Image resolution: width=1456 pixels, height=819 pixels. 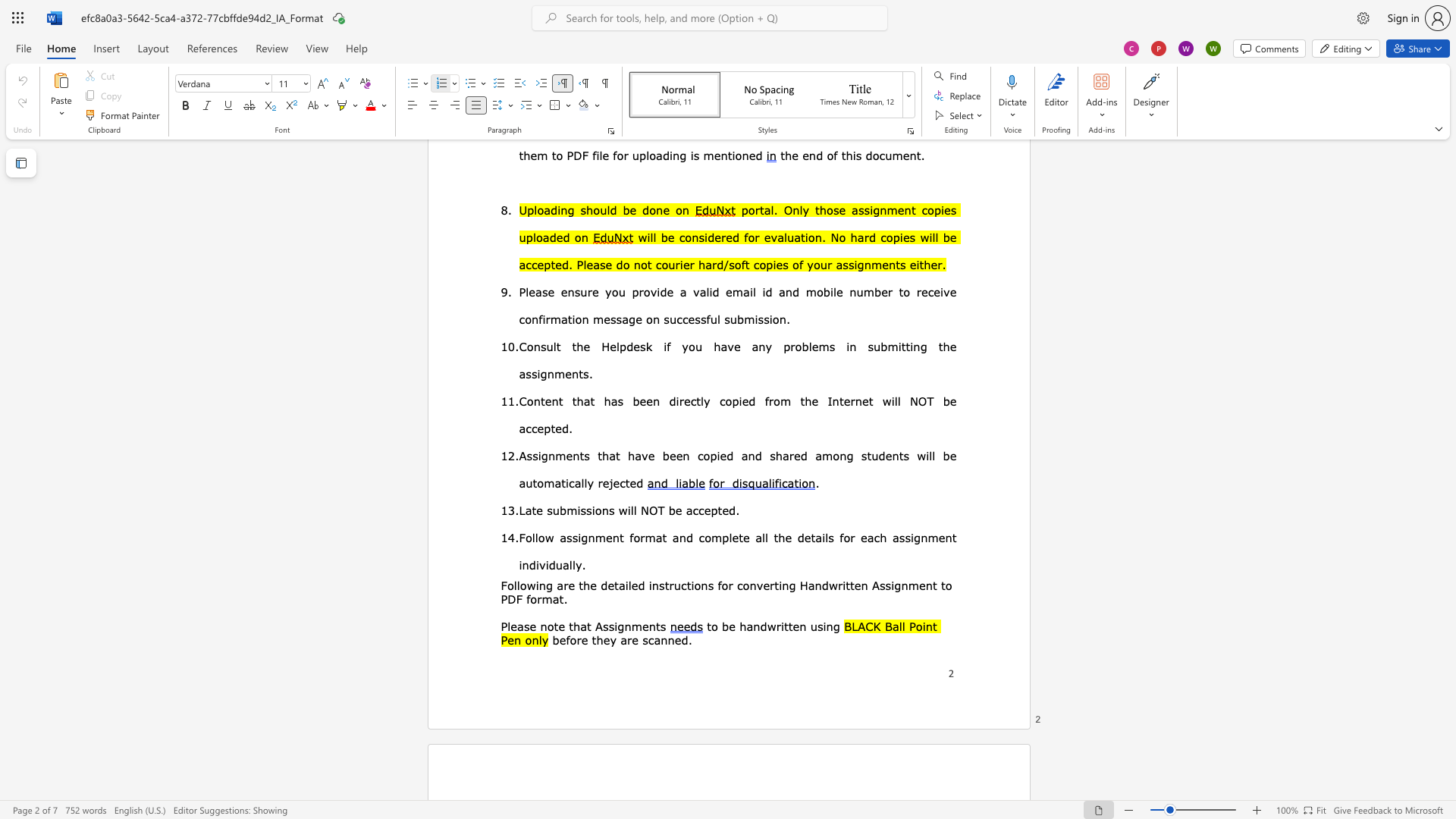 What do you see at coordinates (599, 482) in the screenshot?
I see `the 2th character "r" in the text` at bounding box center [599, 482].